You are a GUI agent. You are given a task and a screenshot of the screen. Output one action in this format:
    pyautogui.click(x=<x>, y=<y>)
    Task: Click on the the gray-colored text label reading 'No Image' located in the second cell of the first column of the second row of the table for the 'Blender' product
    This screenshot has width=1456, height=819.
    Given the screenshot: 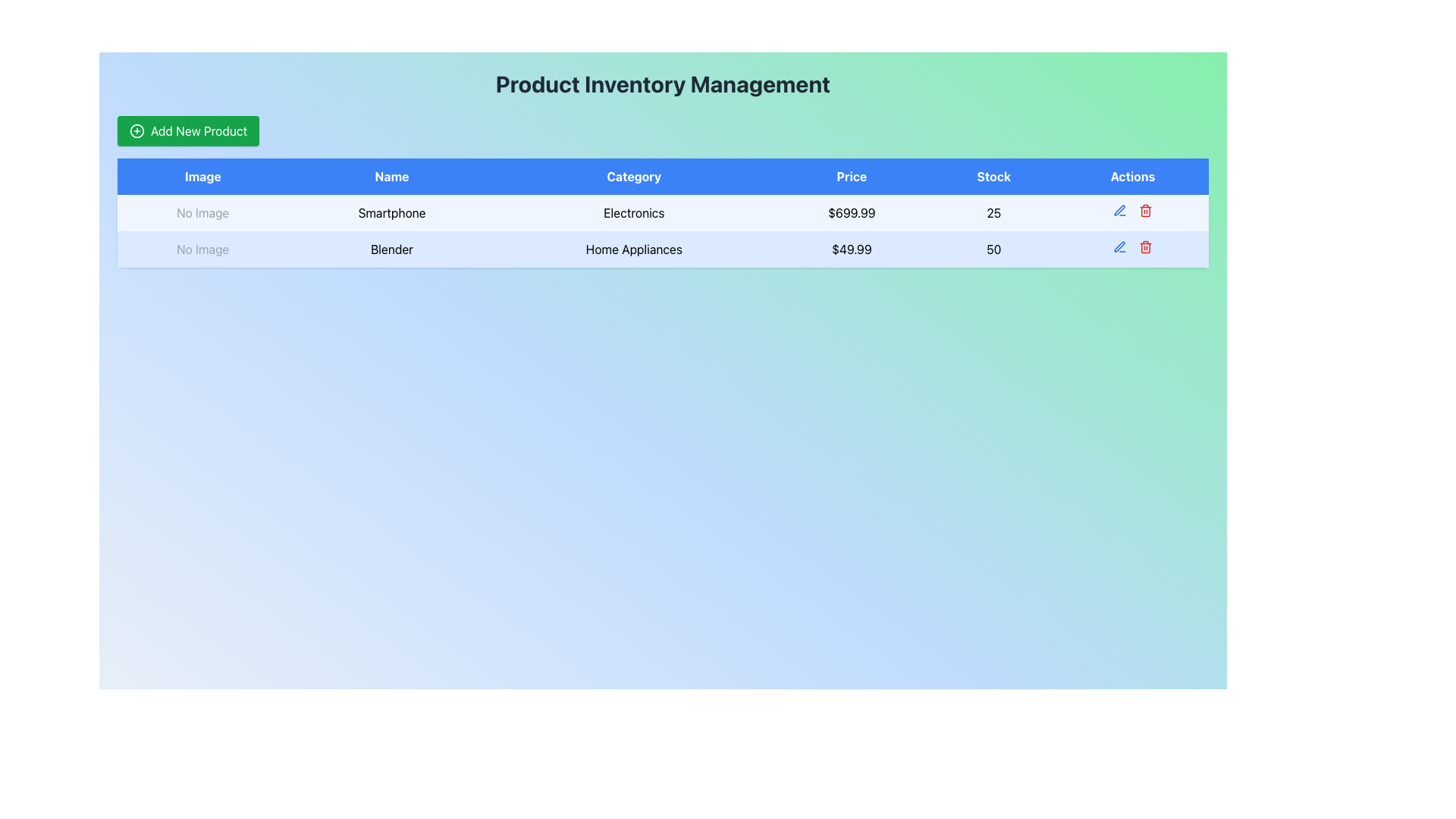 What is the action you would take?
    pyautogui.click(x=202, y=248)
    